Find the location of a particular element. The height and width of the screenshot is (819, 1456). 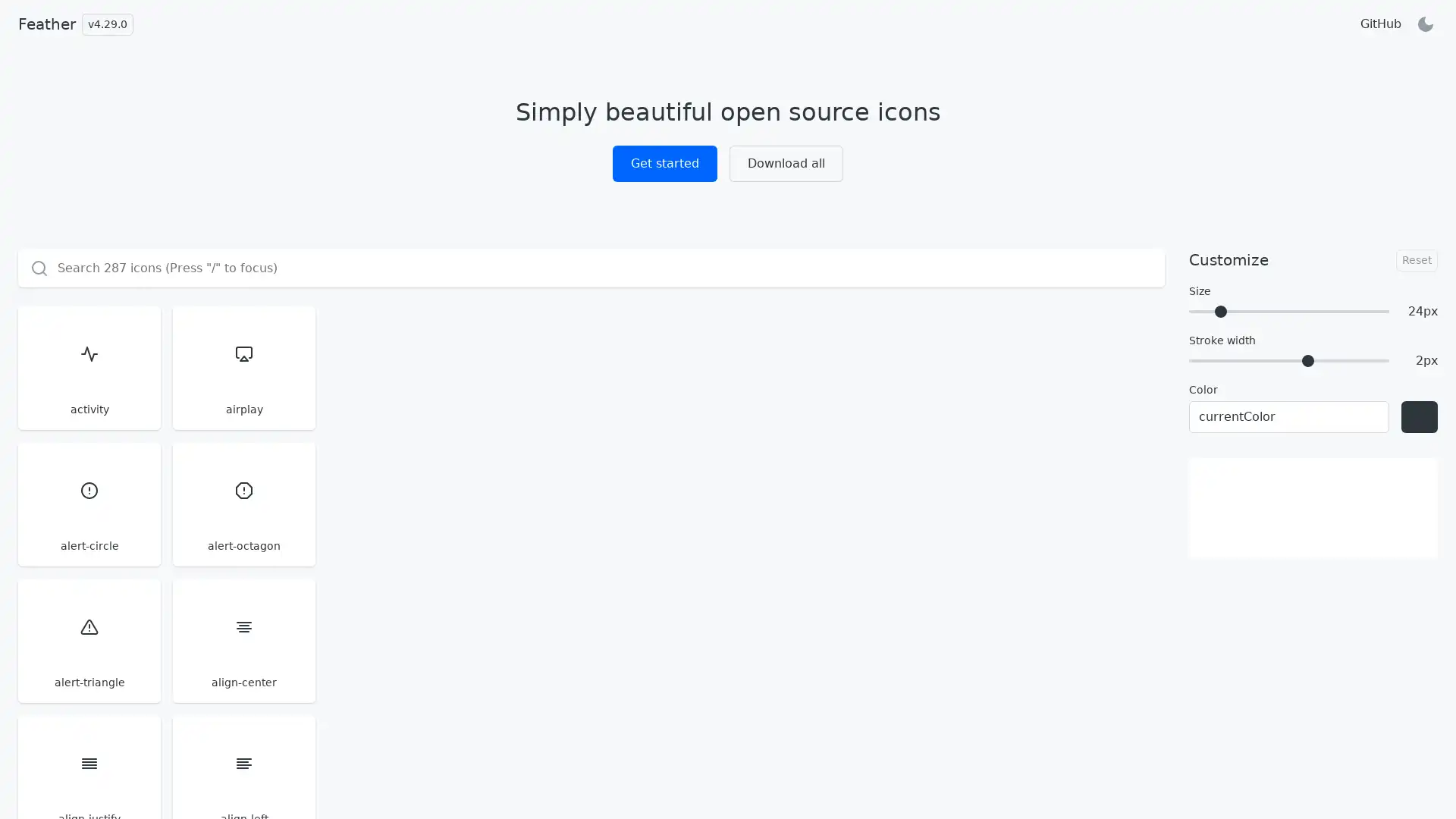

align-center is located at coordinates (719, 368).